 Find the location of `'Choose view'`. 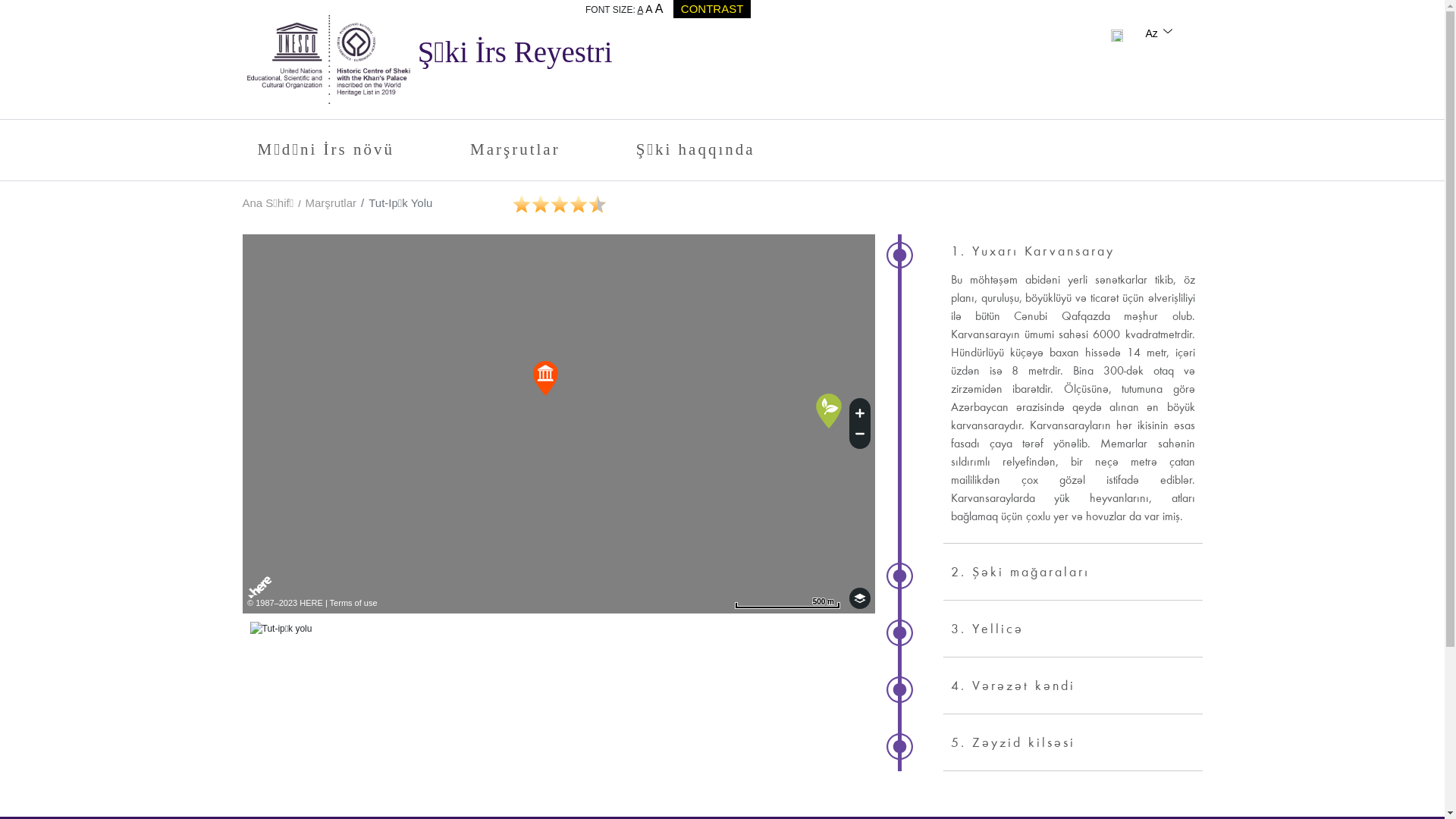

'Choose view' is located at coordinates (859, 598).